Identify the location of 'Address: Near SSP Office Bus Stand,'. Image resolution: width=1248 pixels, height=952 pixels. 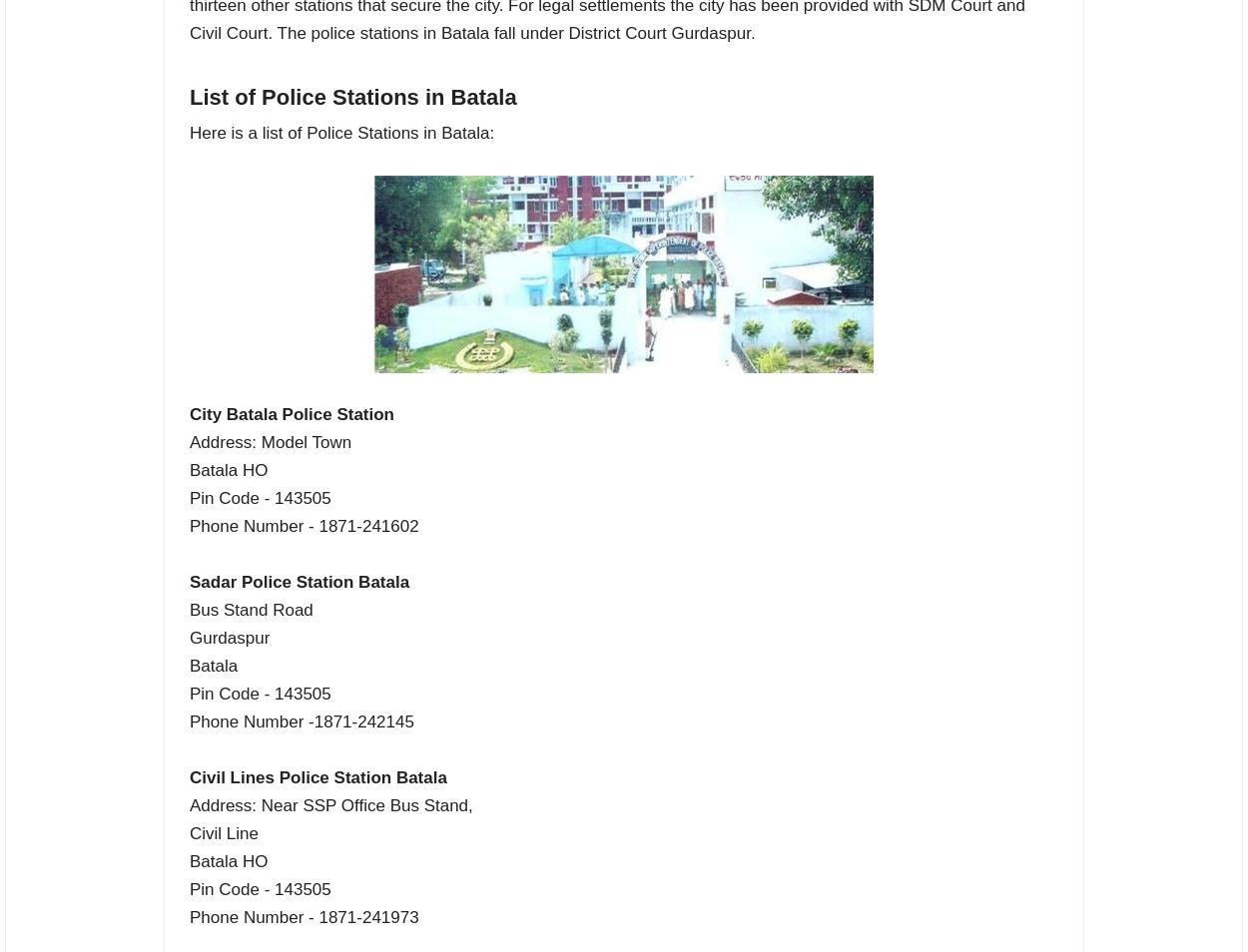
(189, 804).